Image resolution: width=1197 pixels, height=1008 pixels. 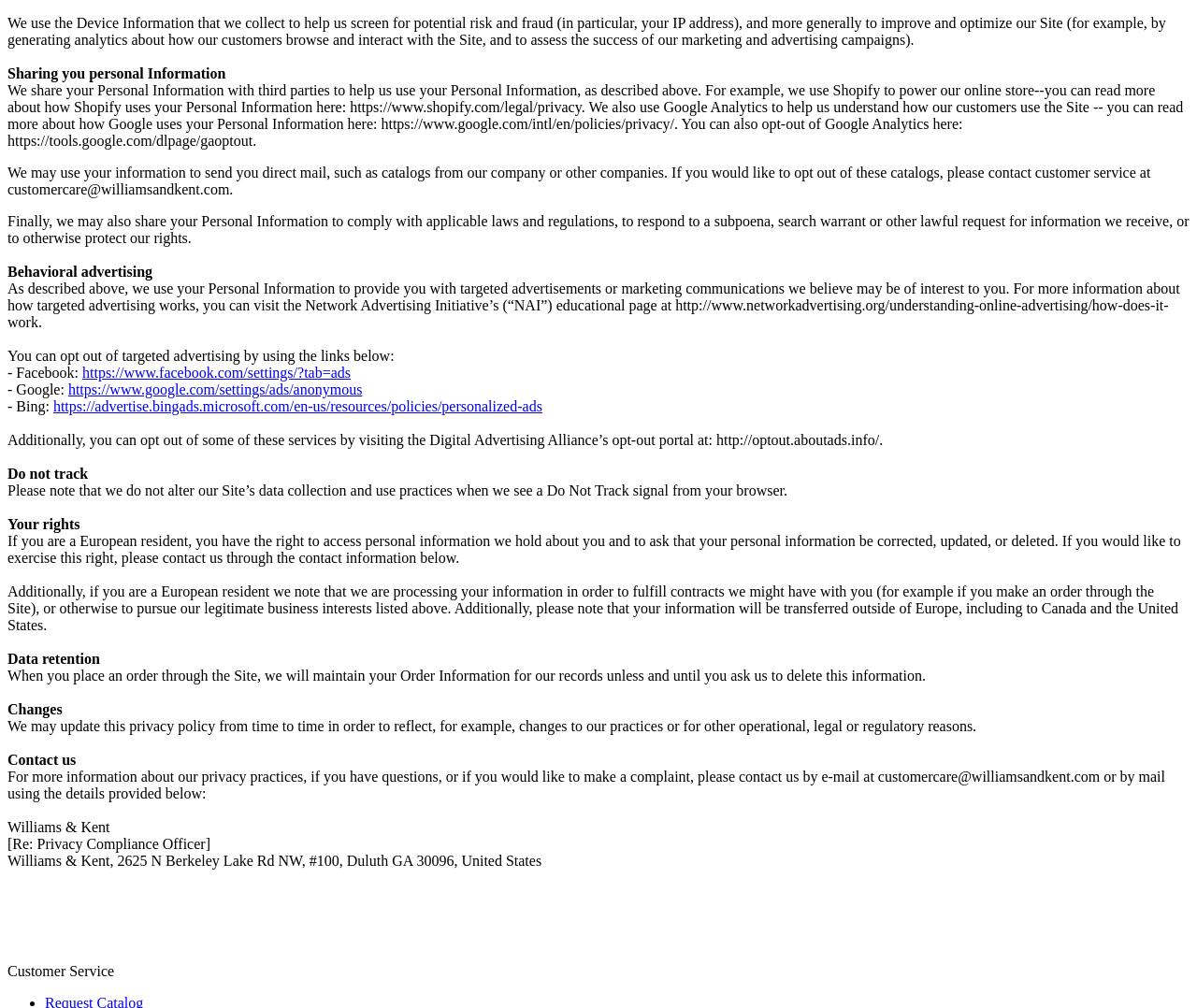 I want to click on 'As described above, we use your Personal Information to provide you with targeted advertisements or marketing communications we believe may be of interest to you. For more information about how targeted advertising works, you can visit the Network Advertising Initiative’s (“NAI”) educational page at http://www.networkadvertising.org/understanding-online-advertising/how-does-it-work.', so click(x=592, y=303).